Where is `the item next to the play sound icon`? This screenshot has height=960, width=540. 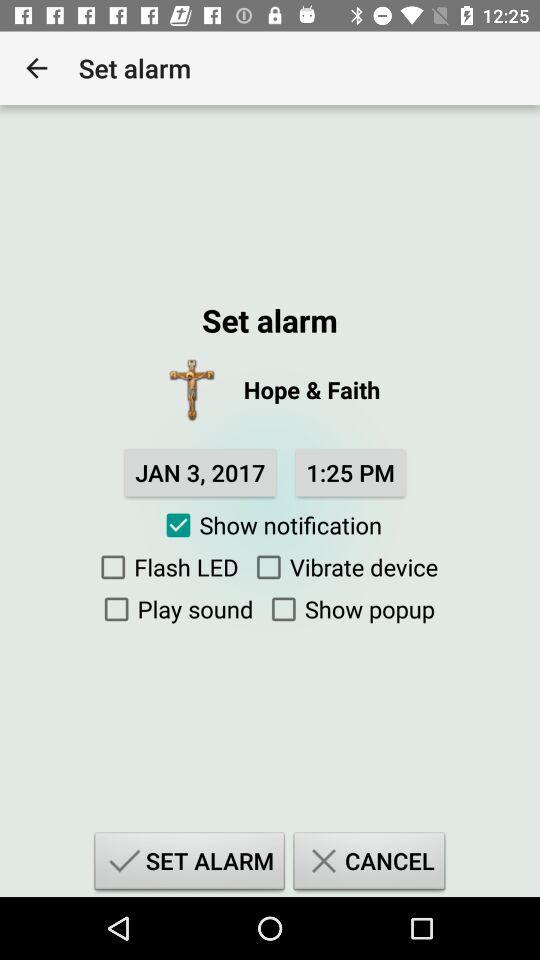 the item next to the play sound icon is located at coordinates (347, 608).